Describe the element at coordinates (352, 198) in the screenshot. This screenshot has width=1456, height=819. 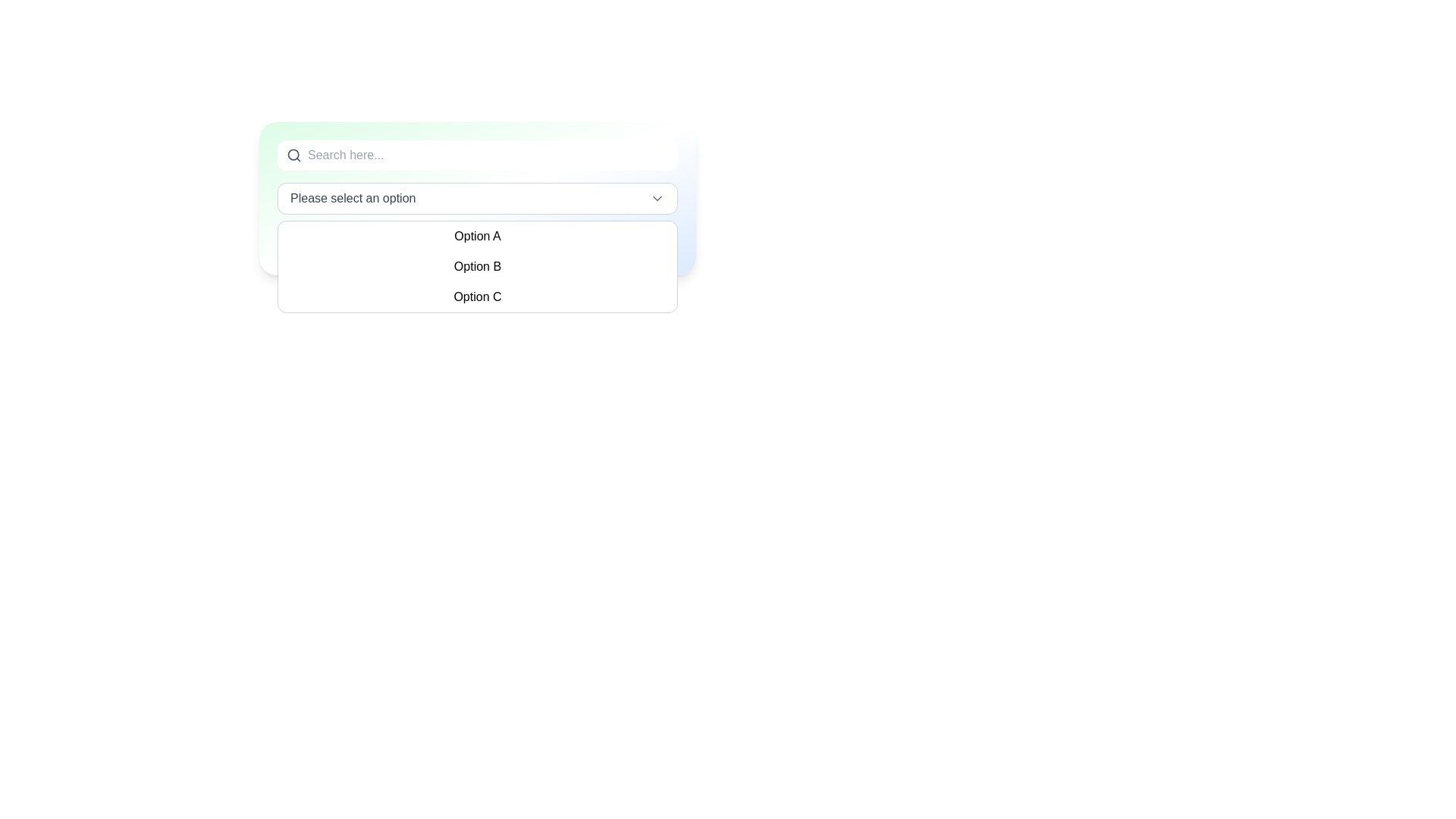
I see `the placeholder text within the dropdown field that guides the user to make a selection` at that location.